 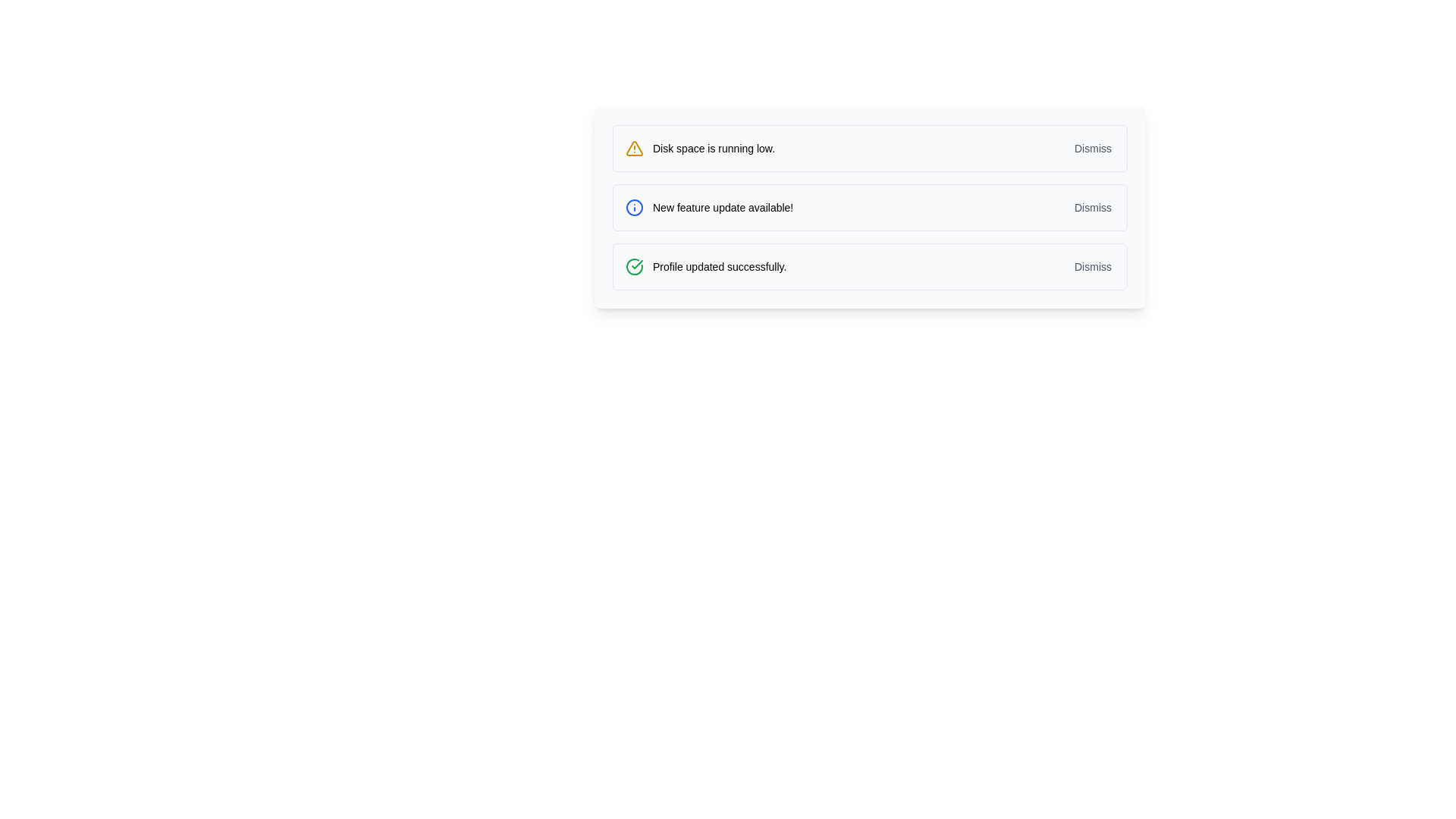 What do you see at coordinates (634, 149) in the screenshot?
I see `the yellow triangle icon with an exclamation mark inside, located at the leftmost side of the notification bar that reads 'Disk space is running low.'` at bounding box center [634, 149].